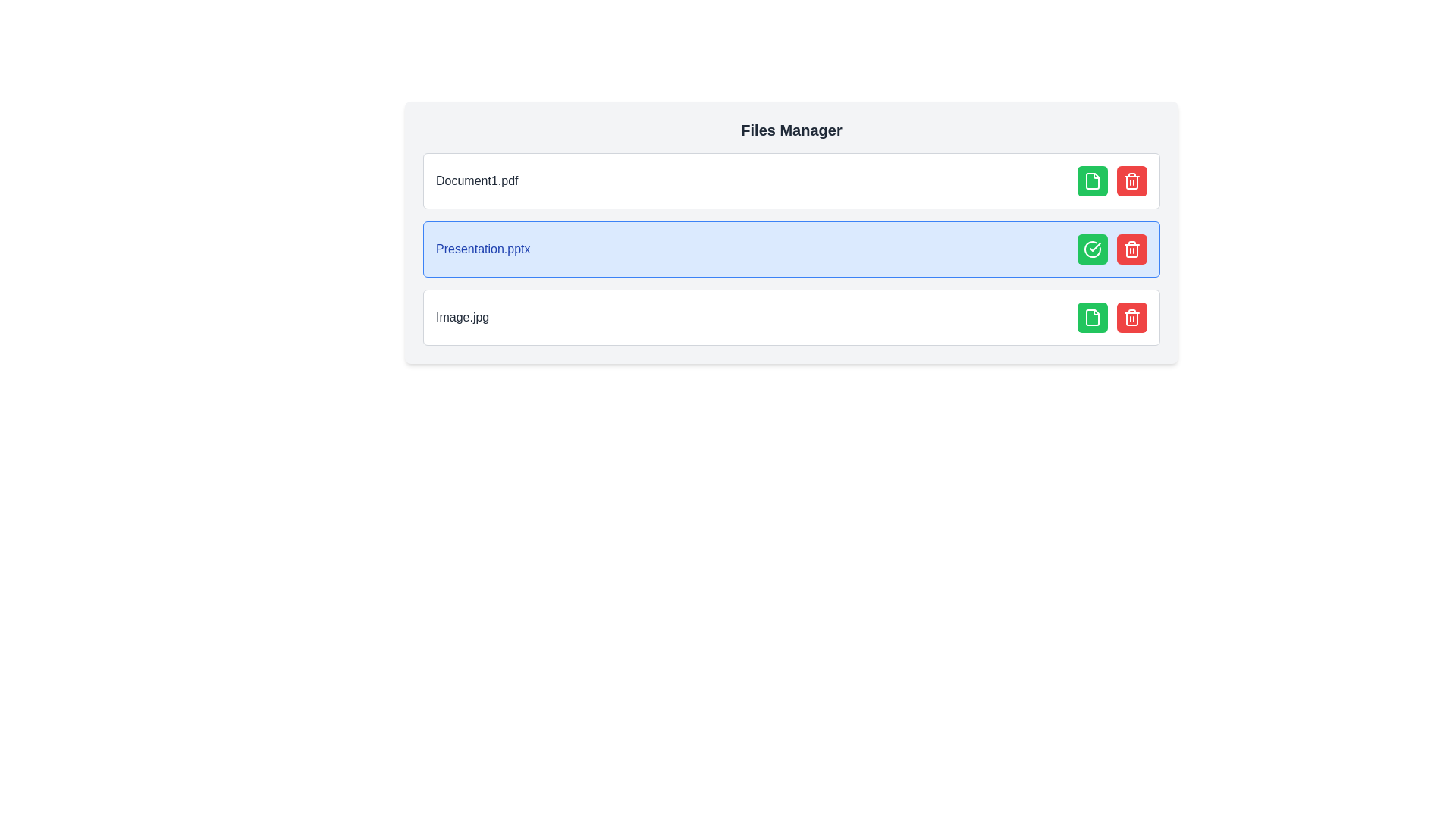 The height and width of the screenshot is (819, 1456). What do you see at coordinates (1131, 180) in the screenshot?
I see `the trash icon located within the red delete button next to the row labeled 'Presentation.pptx' to initiate a delete action` at bounding box center [1131, 180].